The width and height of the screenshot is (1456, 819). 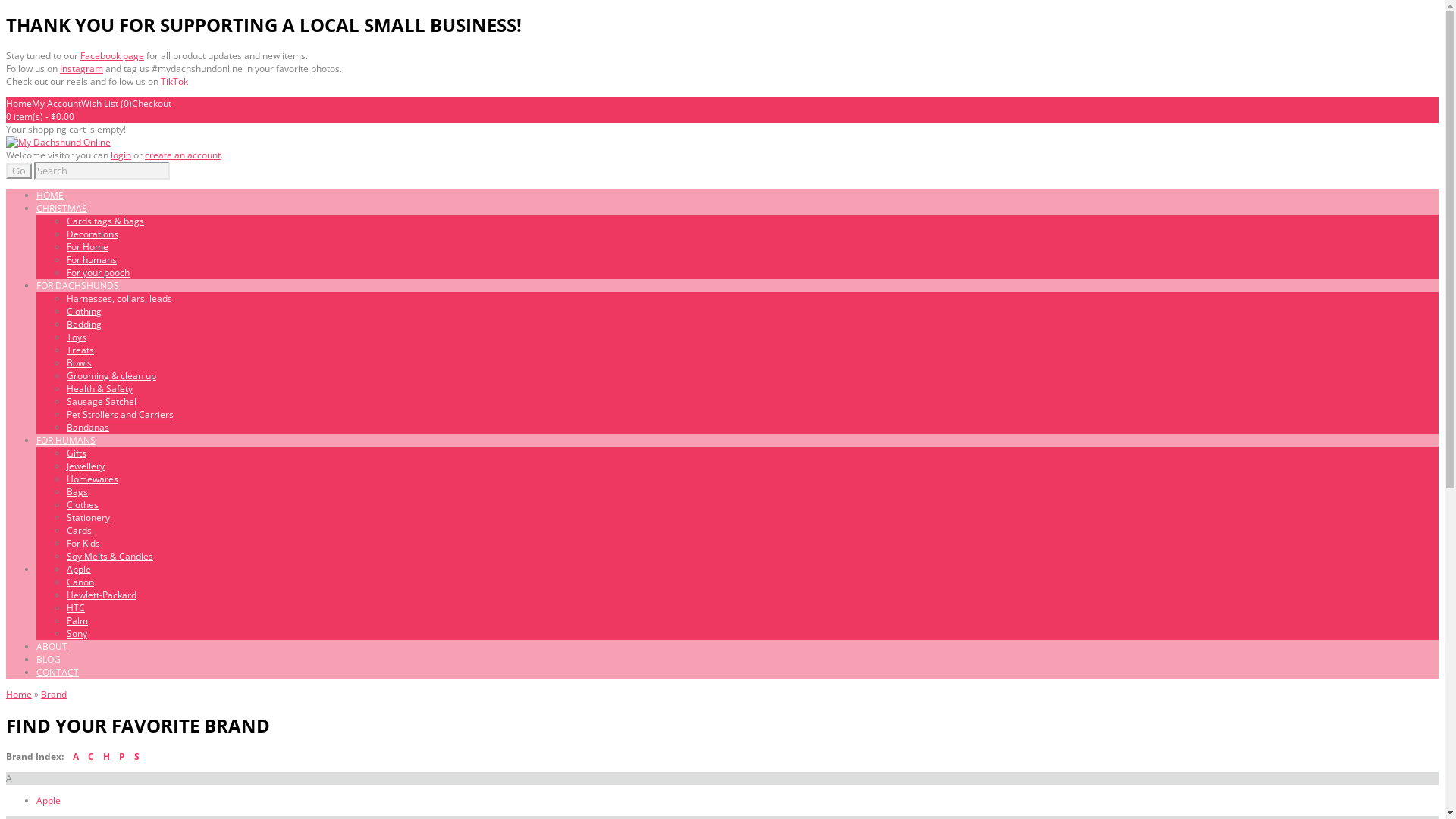 I want to click on 'Facebook page', so click(x=111, y=55).